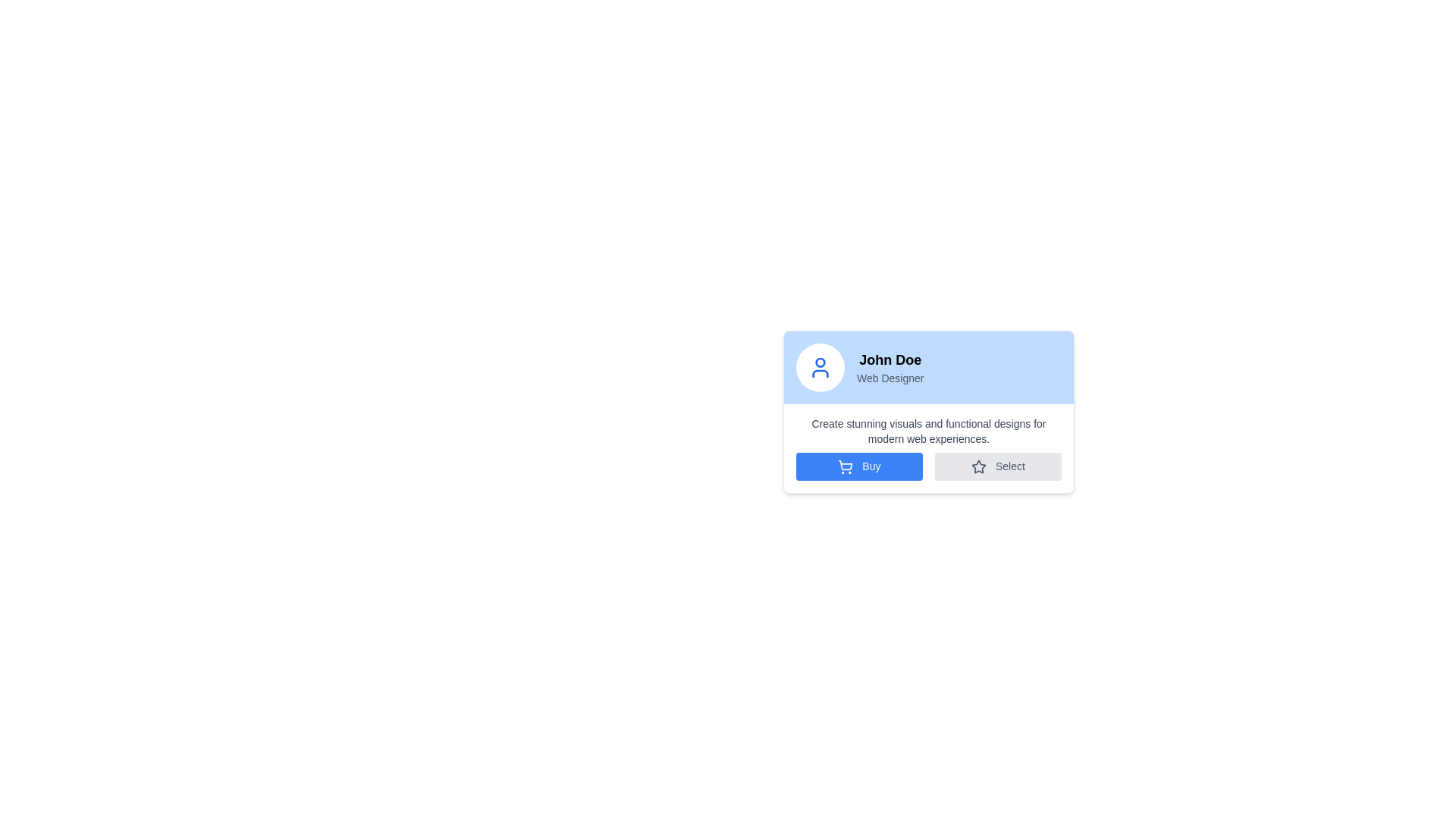  What do you see at coordinates (890, 359) in the screenshot?
I see `the text label displaying the user profile name, located in the upper-middle area of the profile card, directly above the 'Web Designer' label` at bounding box center [890, 359].